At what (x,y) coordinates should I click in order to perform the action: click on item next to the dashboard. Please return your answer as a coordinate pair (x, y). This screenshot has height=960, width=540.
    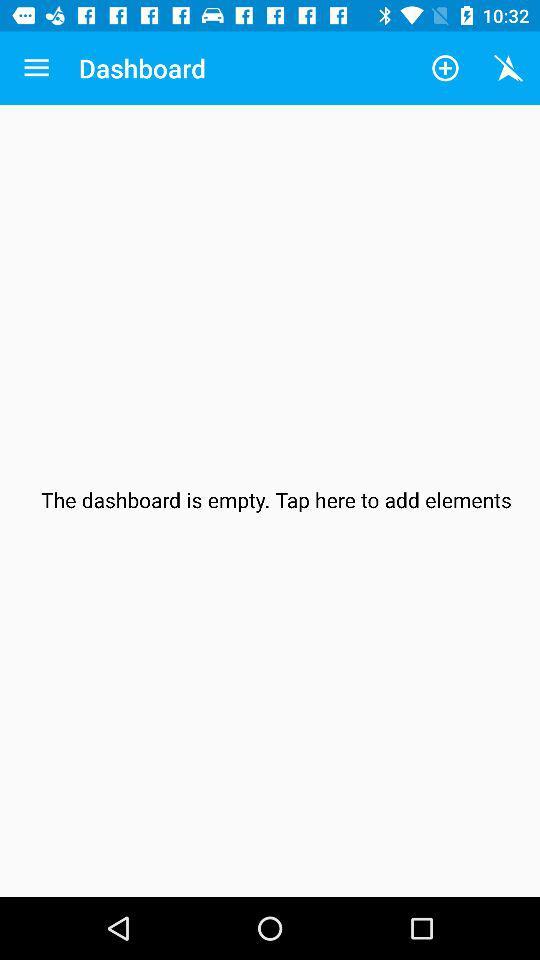
    Looking at the image, I should click on (445, 68).